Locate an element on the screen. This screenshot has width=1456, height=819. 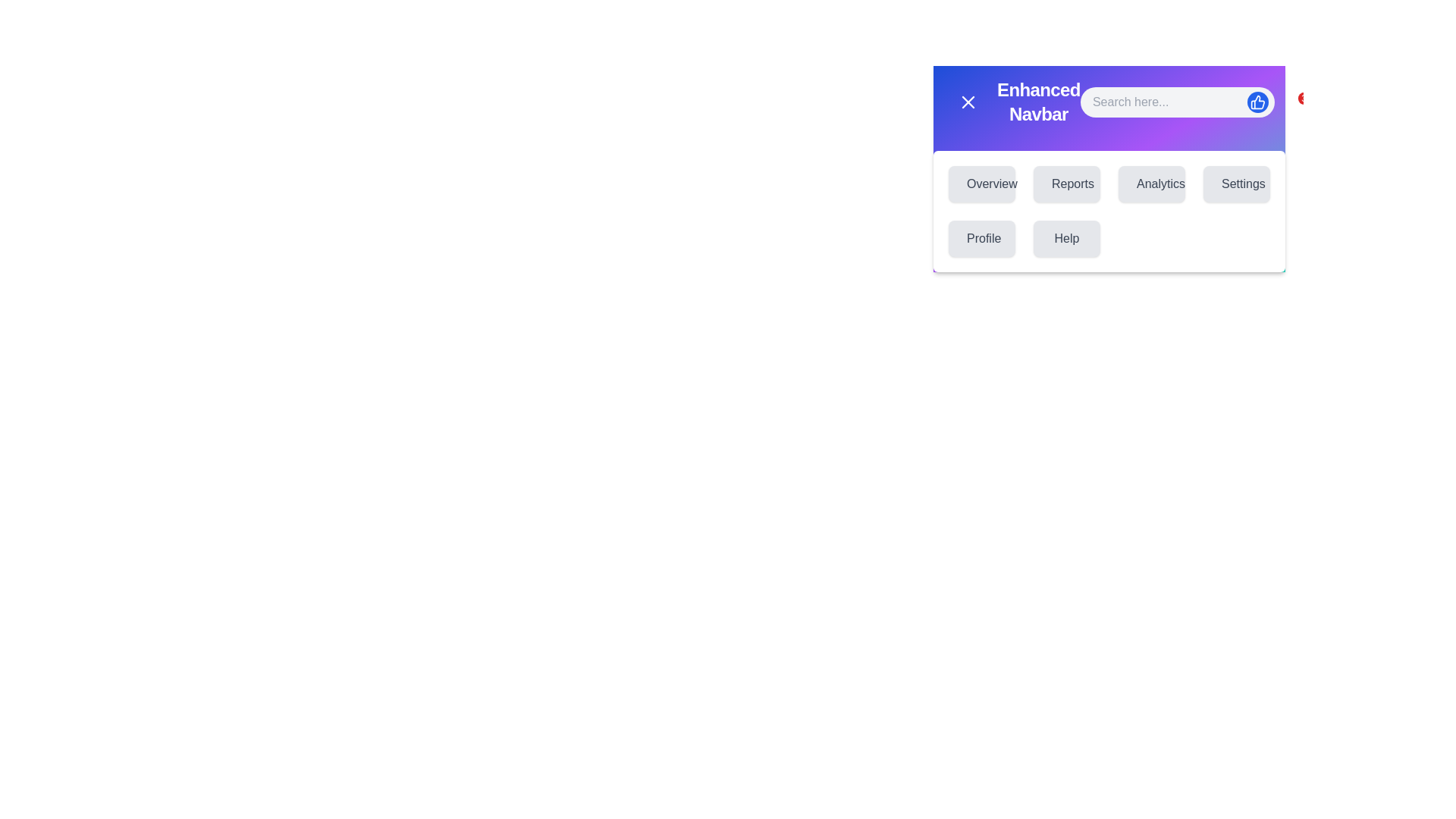
the notification bell to view notifications is located at coordinates (1298, 102).